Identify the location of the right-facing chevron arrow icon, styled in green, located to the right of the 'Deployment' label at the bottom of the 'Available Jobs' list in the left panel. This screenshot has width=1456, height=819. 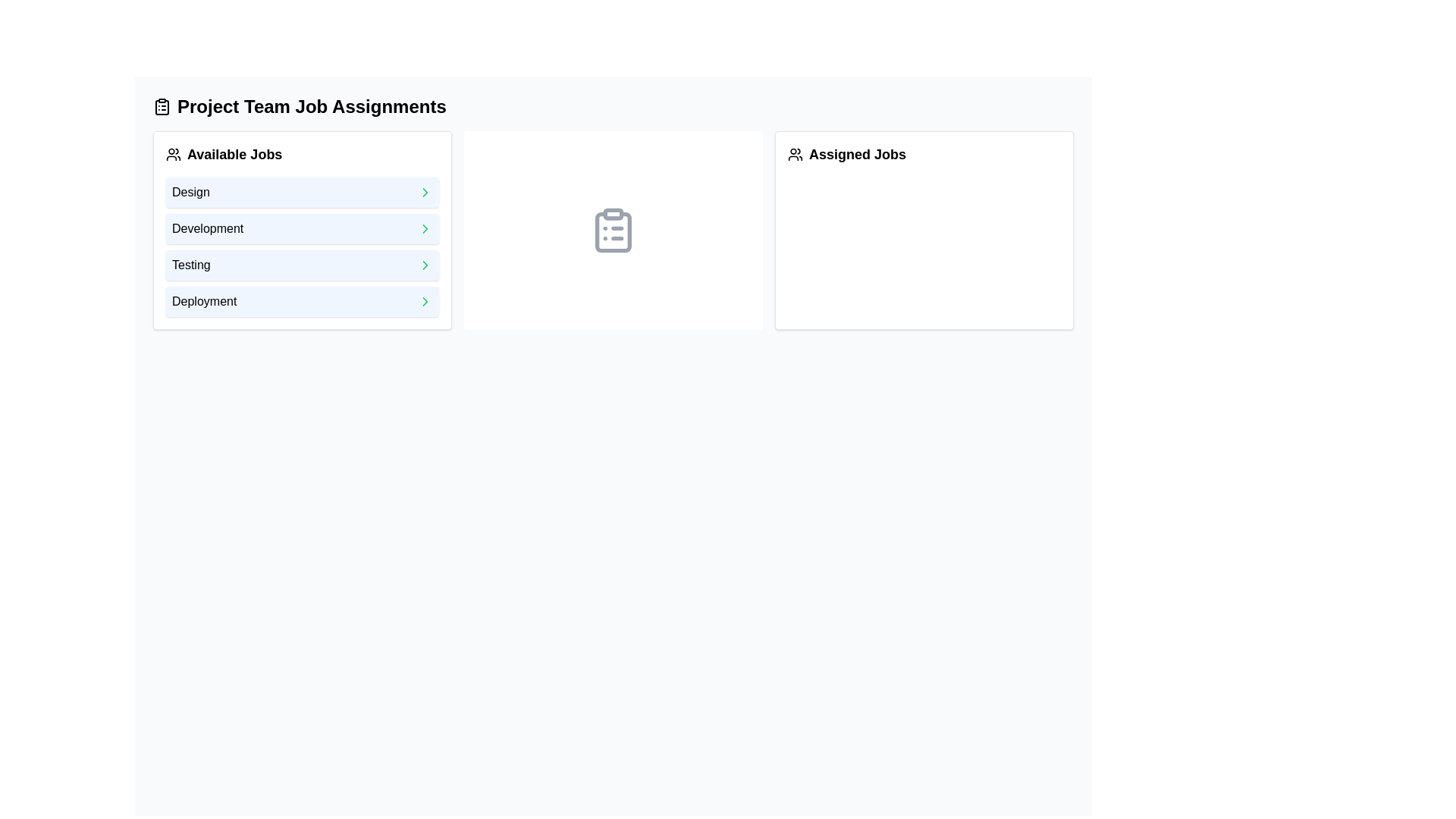
(425, 301).